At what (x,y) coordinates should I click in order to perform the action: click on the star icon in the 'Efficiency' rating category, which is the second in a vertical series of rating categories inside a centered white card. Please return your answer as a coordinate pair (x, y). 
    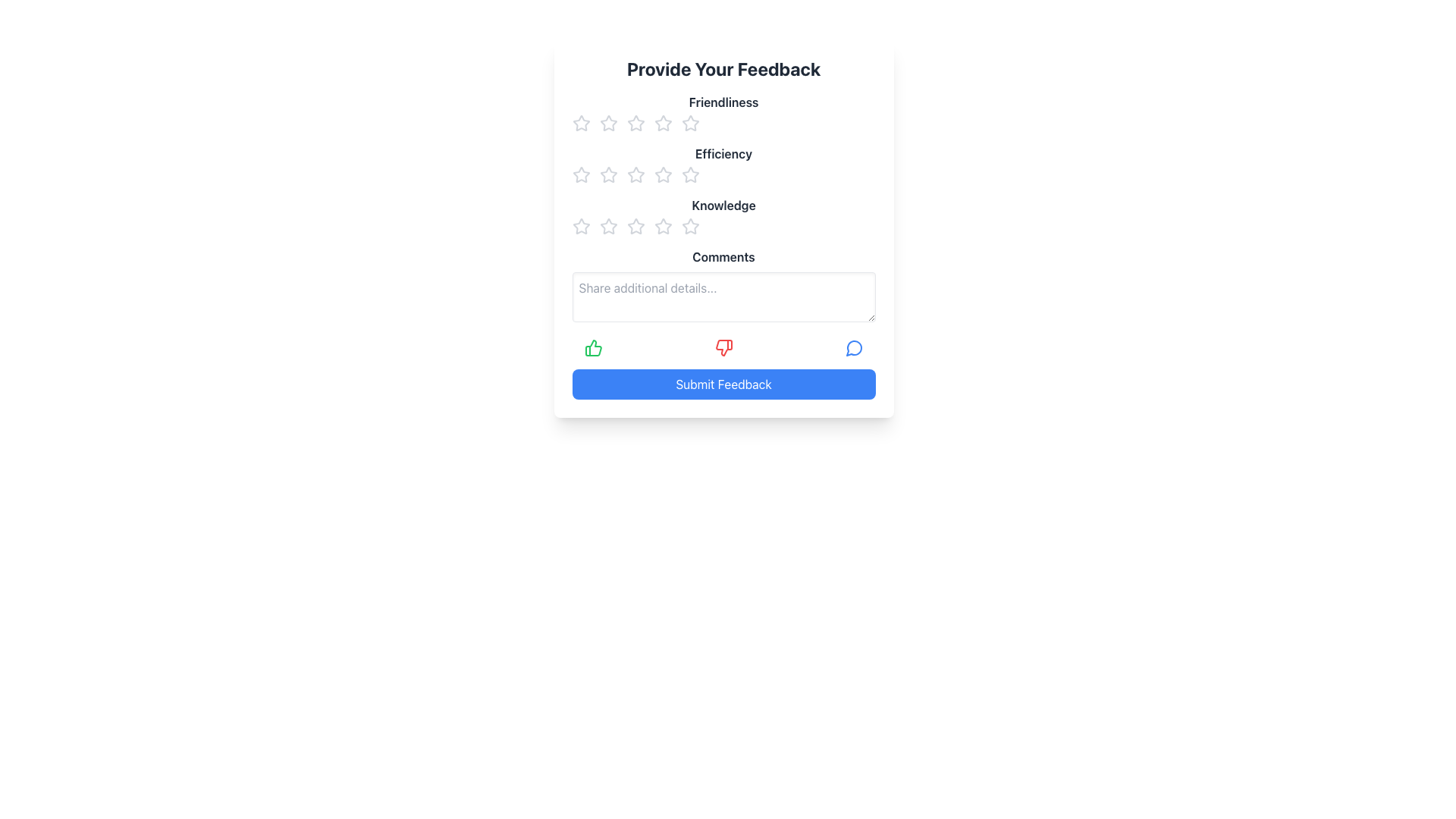
    Looking at the image, I should click on (723, 164).